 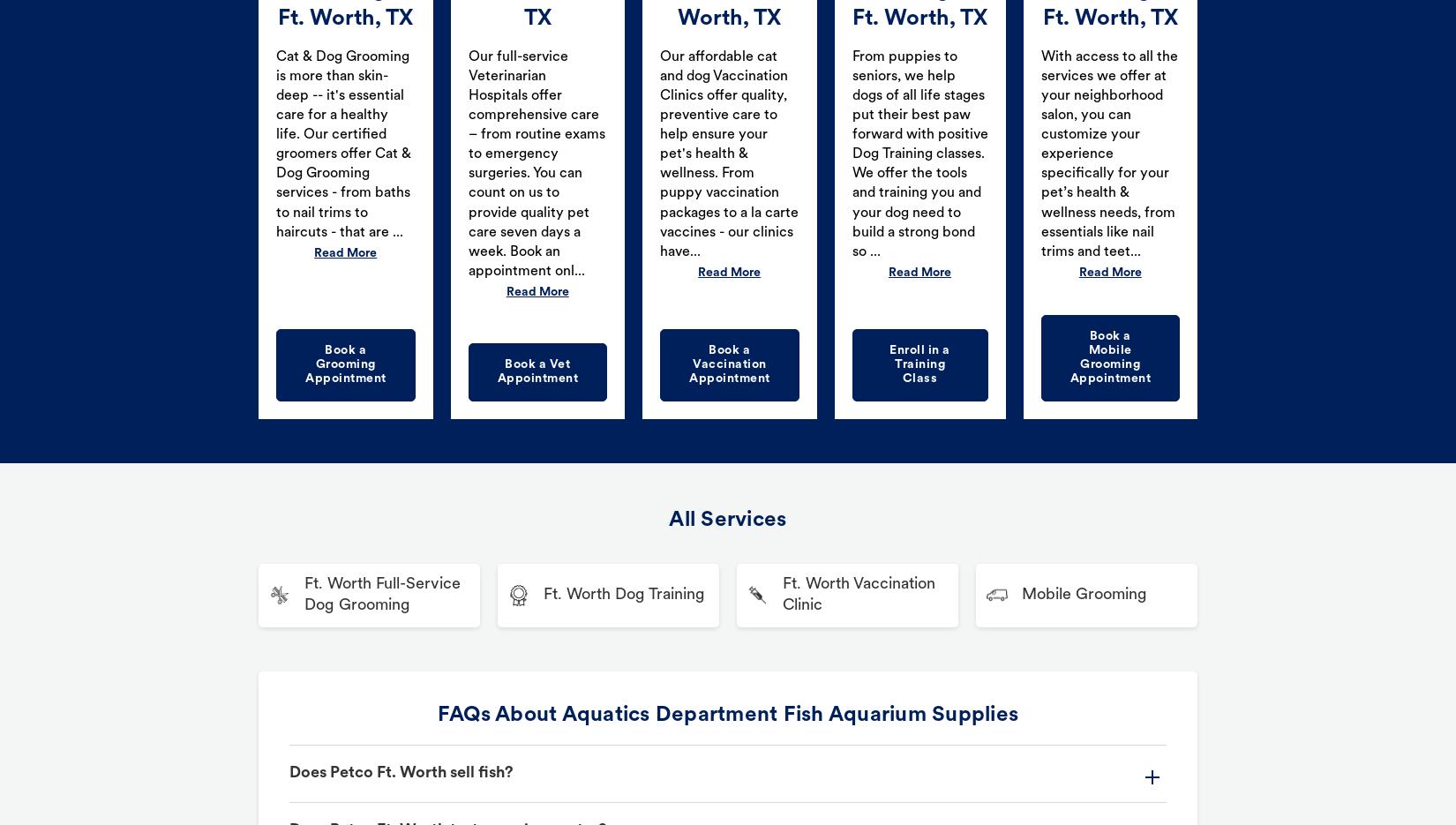 What do you see at coordinates (668, 519) in the screenshot?
I see `'All Services'` at bounding box center [668, 519].